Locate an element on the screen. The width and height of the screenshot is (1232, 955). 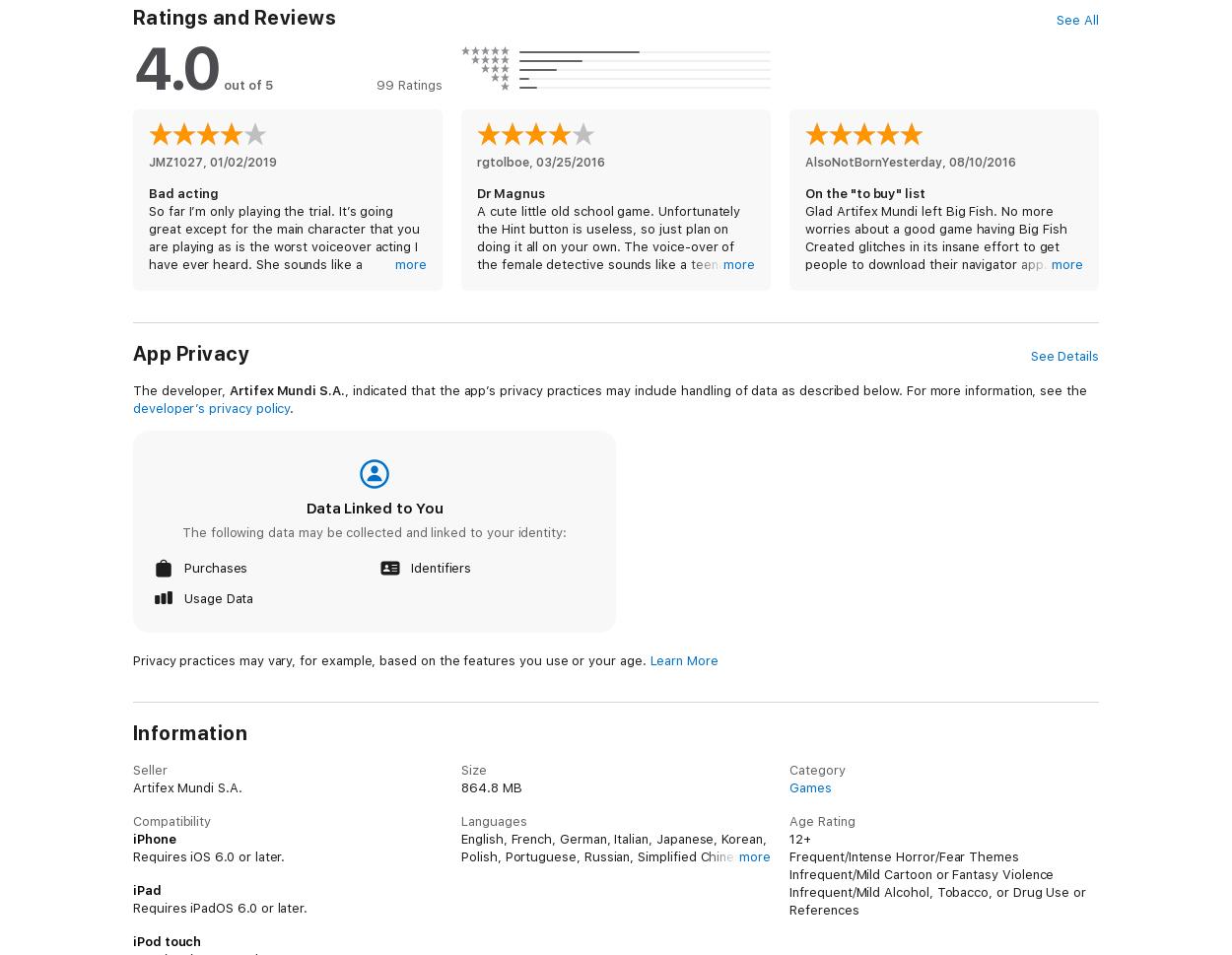
'Identifiers' is located at coordinates (440, 567).